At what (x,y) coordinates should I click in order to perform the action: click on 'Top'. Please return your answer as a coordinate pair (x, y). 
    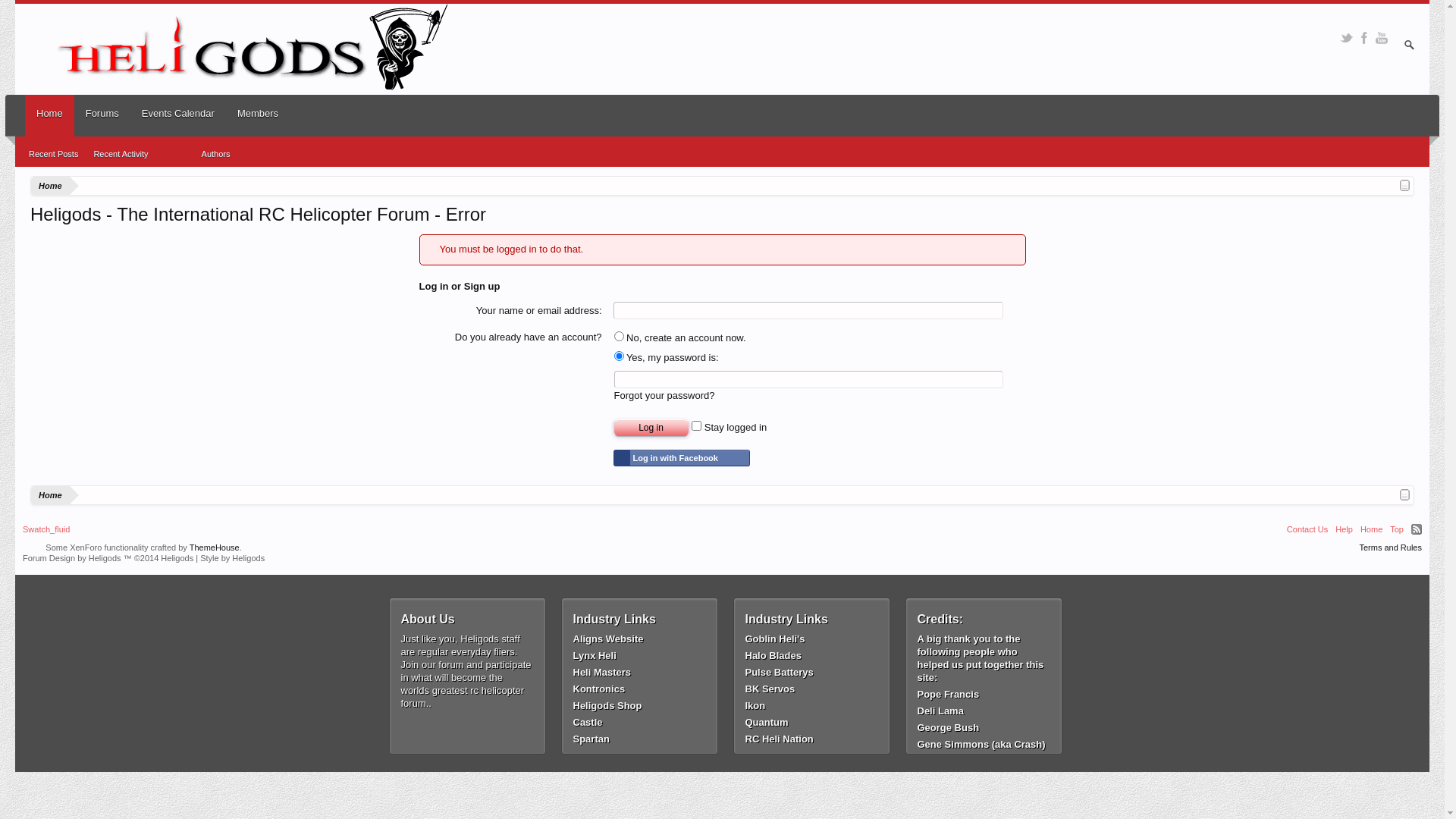
    Looking at the image, I should click on (1396, 529).